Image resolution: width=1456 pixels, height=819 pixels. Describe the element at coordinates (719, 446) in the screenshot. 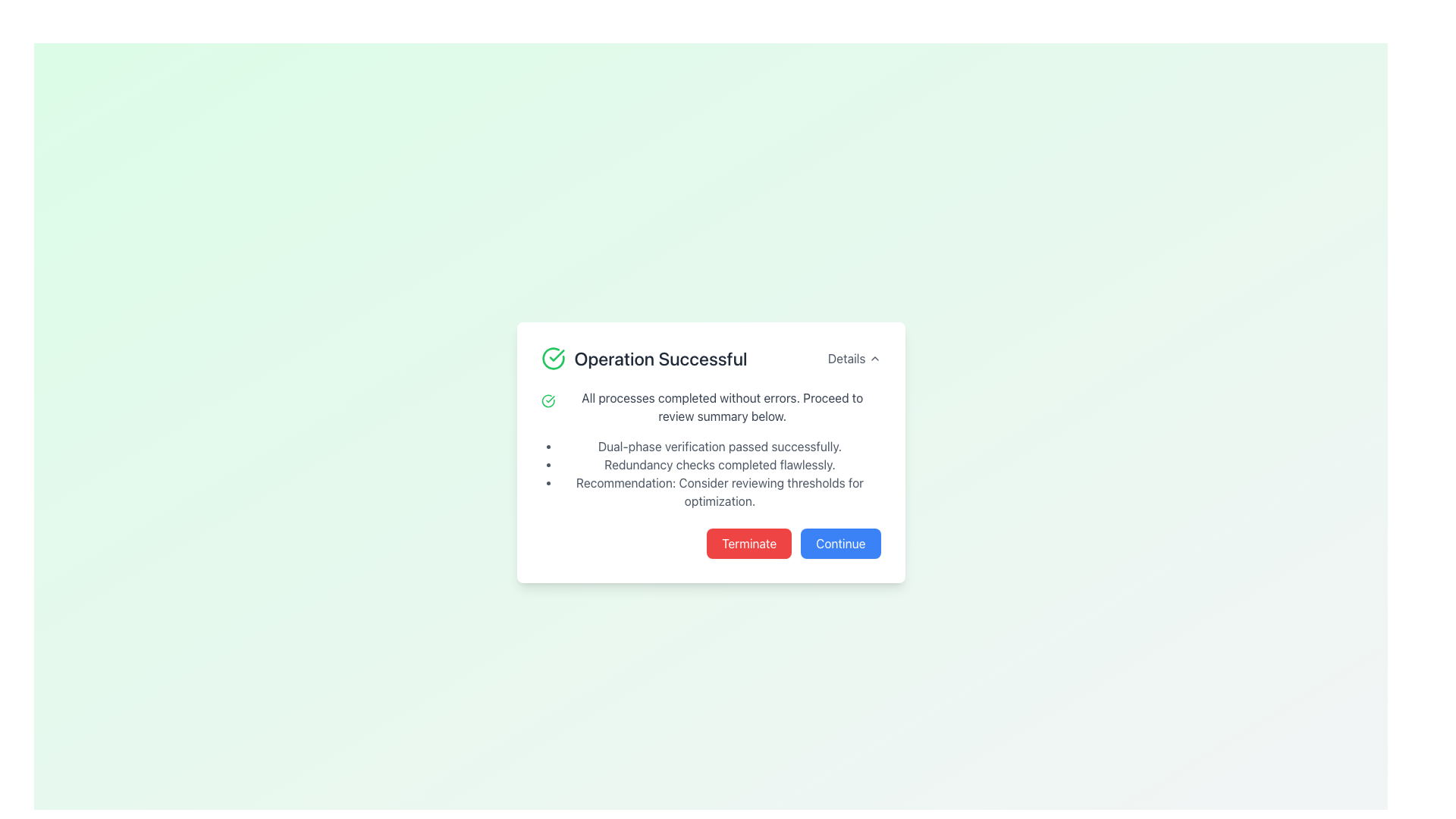

I see `informational text element that indicates the successful completion of operations, located under the header 'Operation Successful.'` at that location.